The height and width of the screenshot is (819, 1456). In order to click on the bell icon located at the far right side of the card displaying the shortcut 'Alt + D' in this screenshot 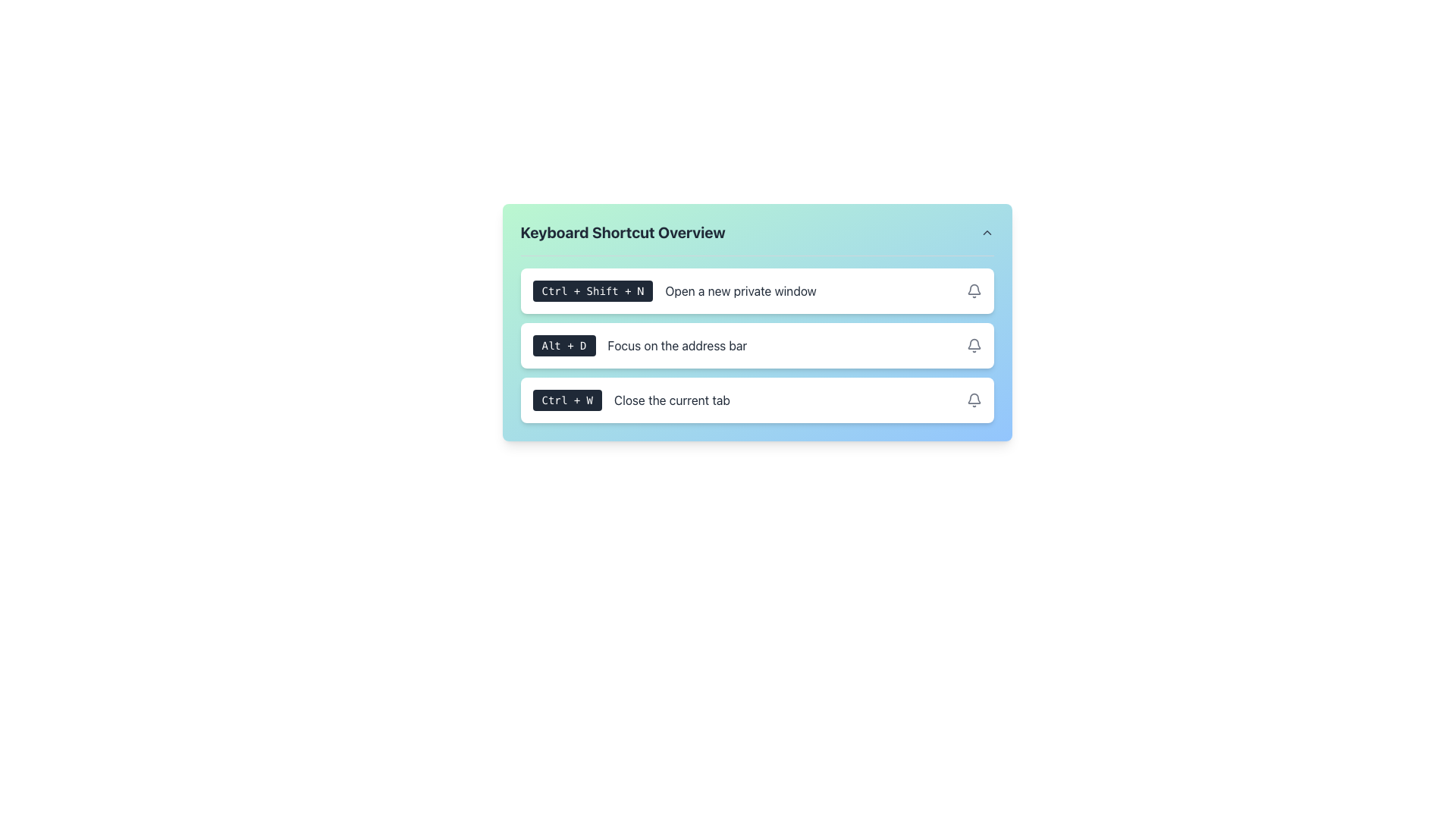, I will do `click(974, 345)`.